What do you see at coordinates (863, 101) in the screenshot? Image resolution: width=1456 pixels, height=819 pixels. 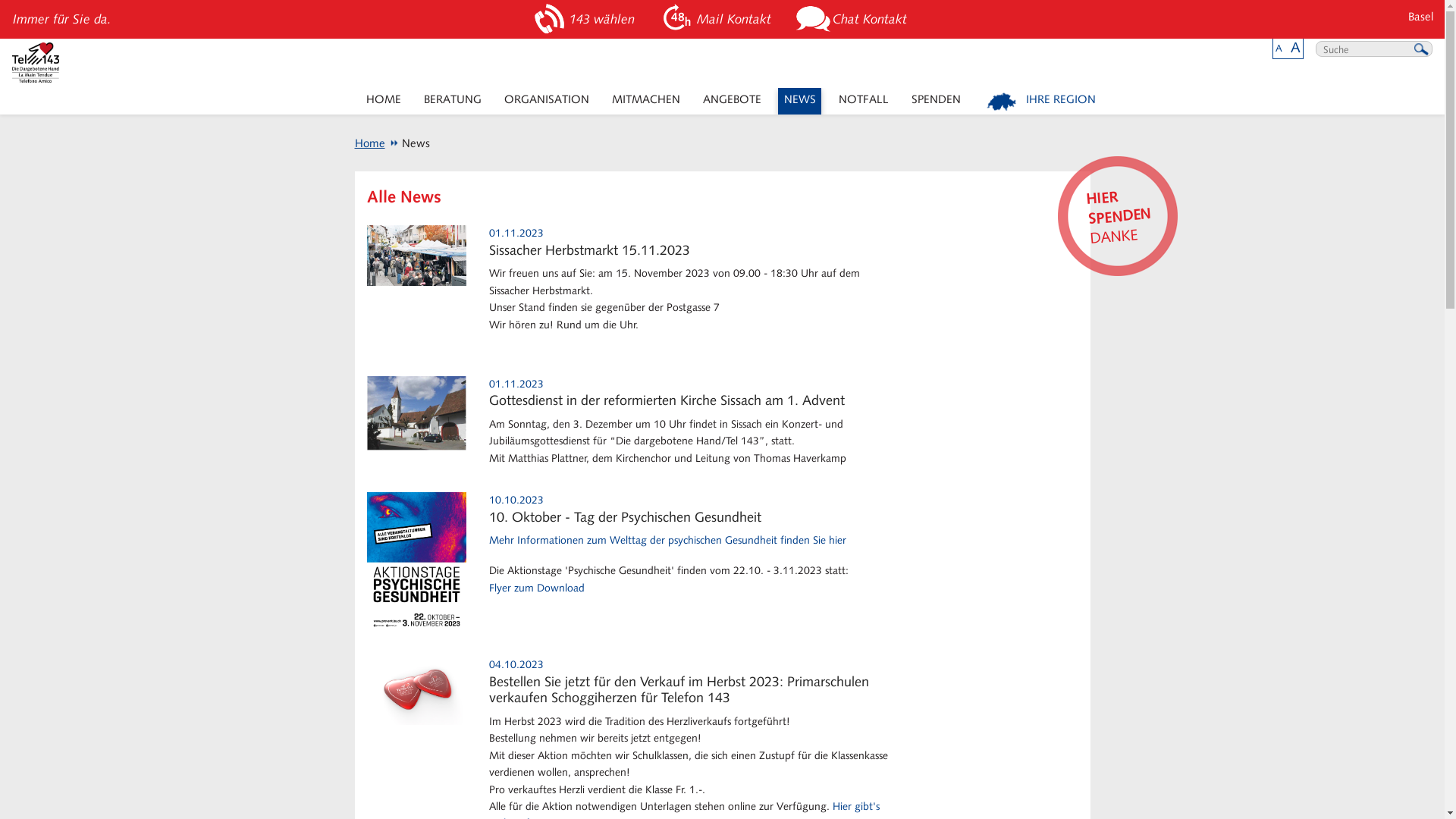 I see `'NOTFALL'` at bounding box center [863, 101].